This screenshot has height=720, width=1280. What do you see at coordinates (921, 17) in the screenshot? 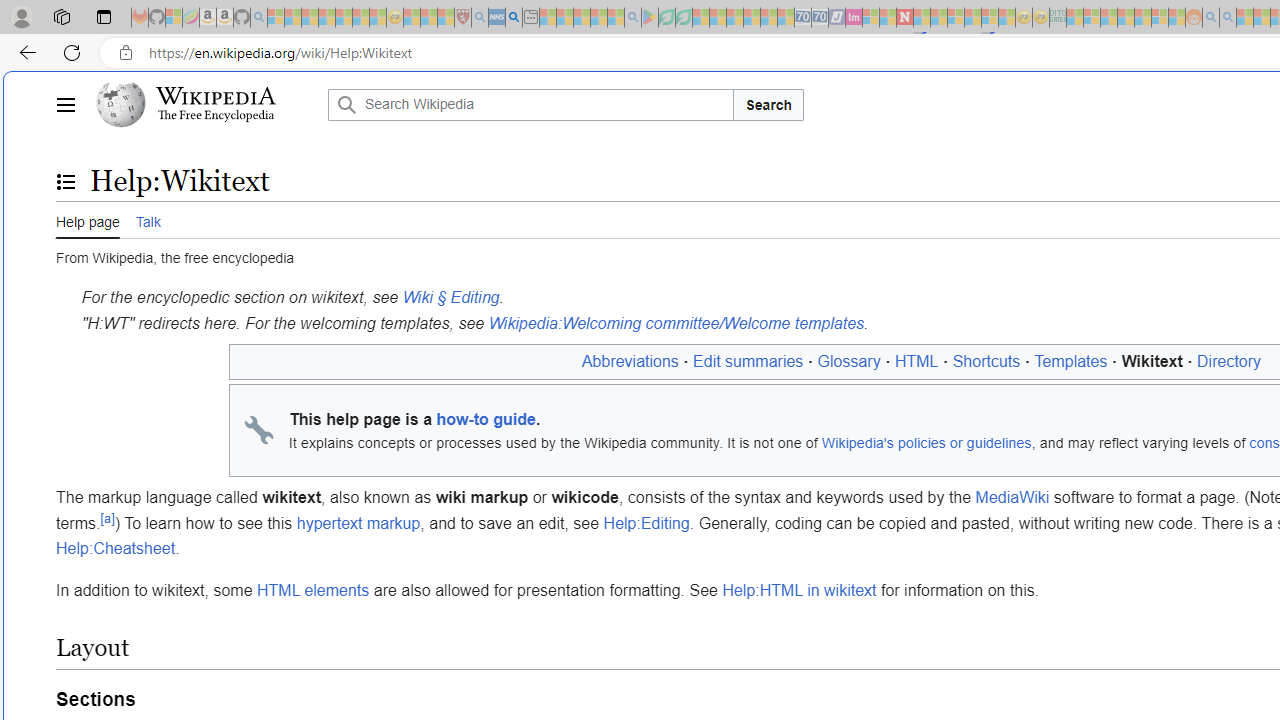
I see `'Trusted Community Engagement and Contributions | Guidelines'` at bounding box center [921, 17].